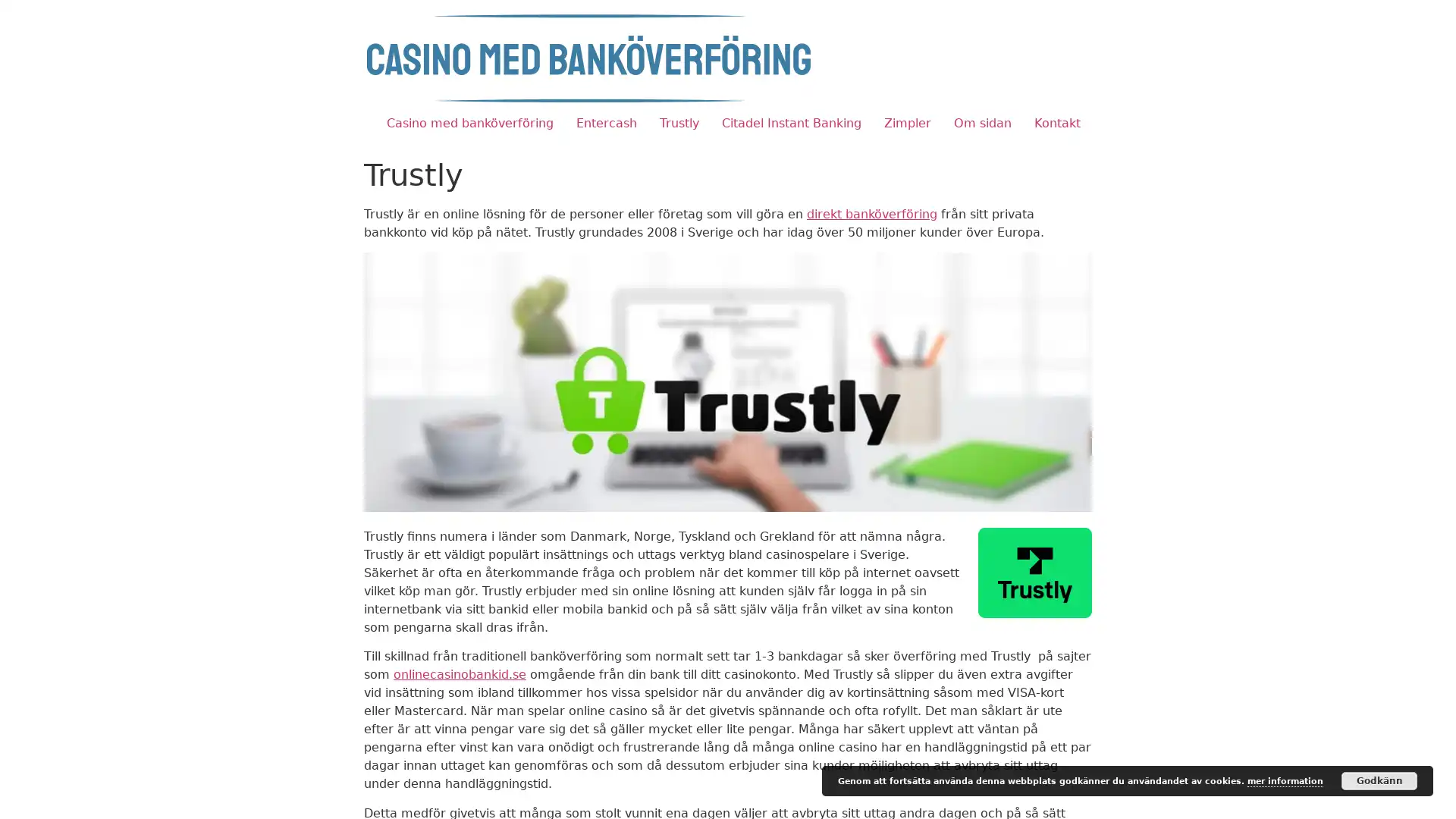  What do you see at coordinates (1379, 780) in the screenshot?
I see `Godkann` at bounding box center [1379, 780].